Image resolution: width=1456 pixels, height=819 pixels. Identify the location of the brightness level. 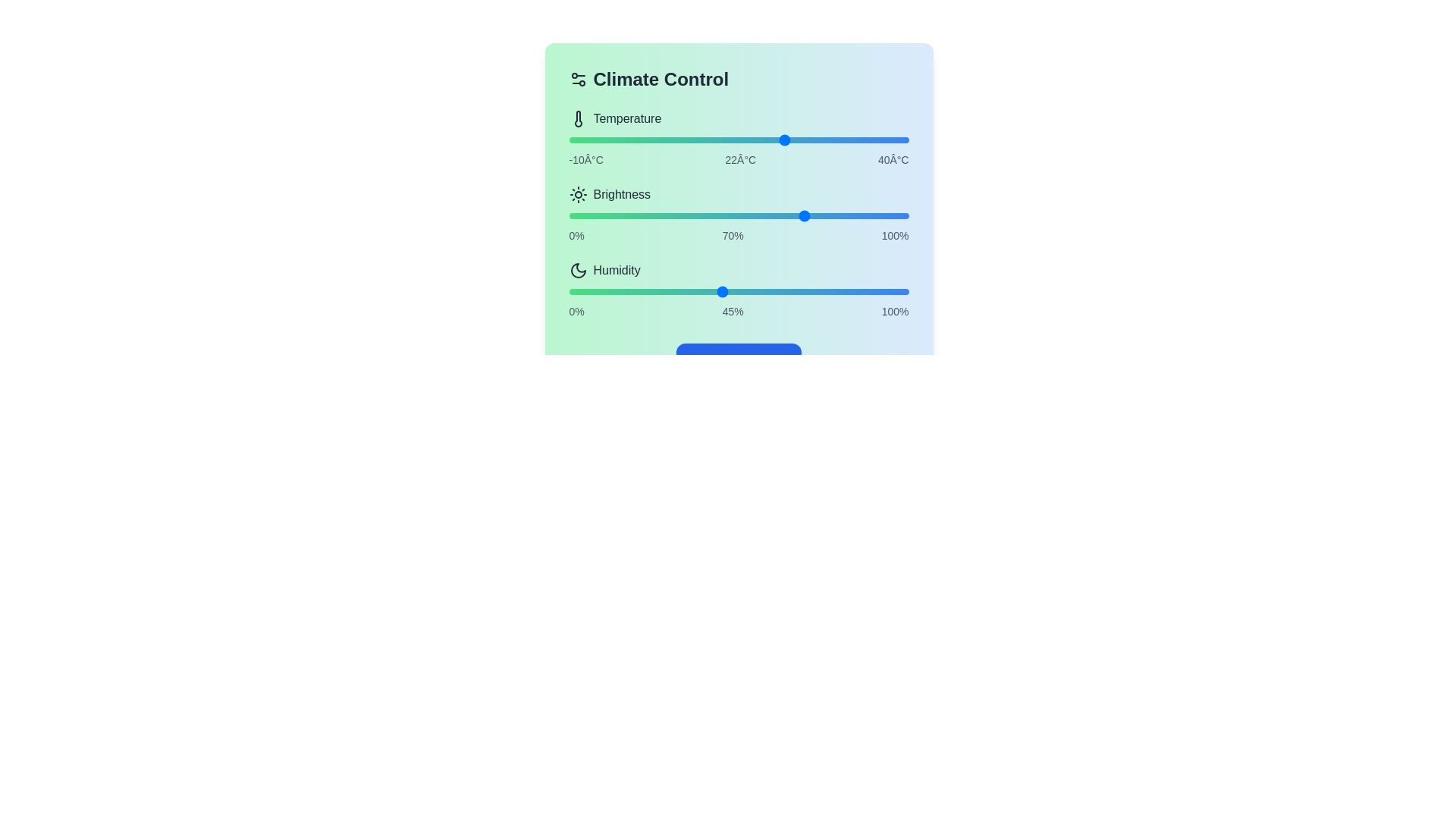
(591, 216).